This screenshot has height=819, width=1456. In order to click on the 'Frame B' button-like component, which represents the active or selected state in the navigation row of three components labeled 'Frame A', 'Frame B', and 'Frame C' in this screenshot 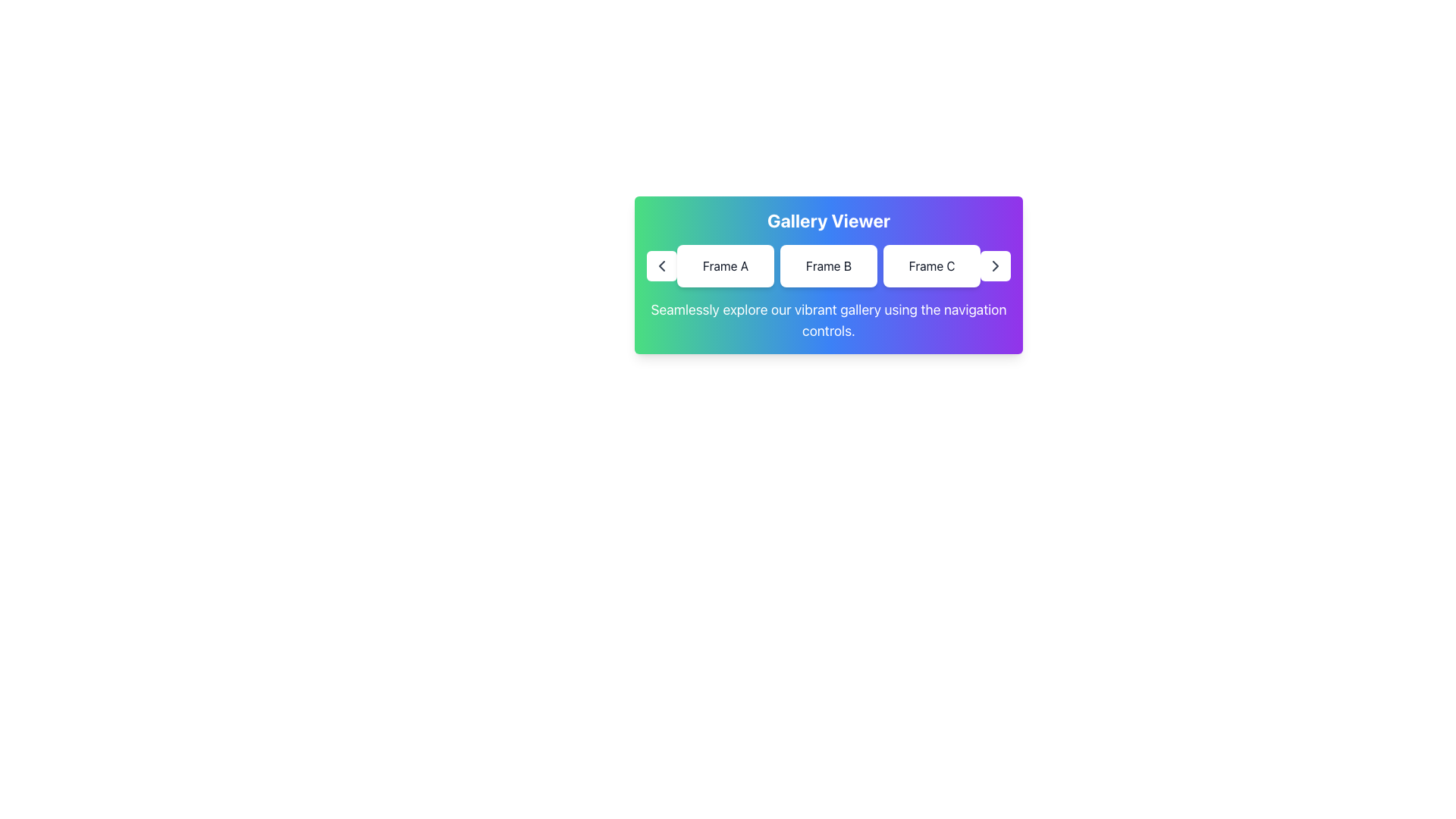, I will do `click(828, 265)`.